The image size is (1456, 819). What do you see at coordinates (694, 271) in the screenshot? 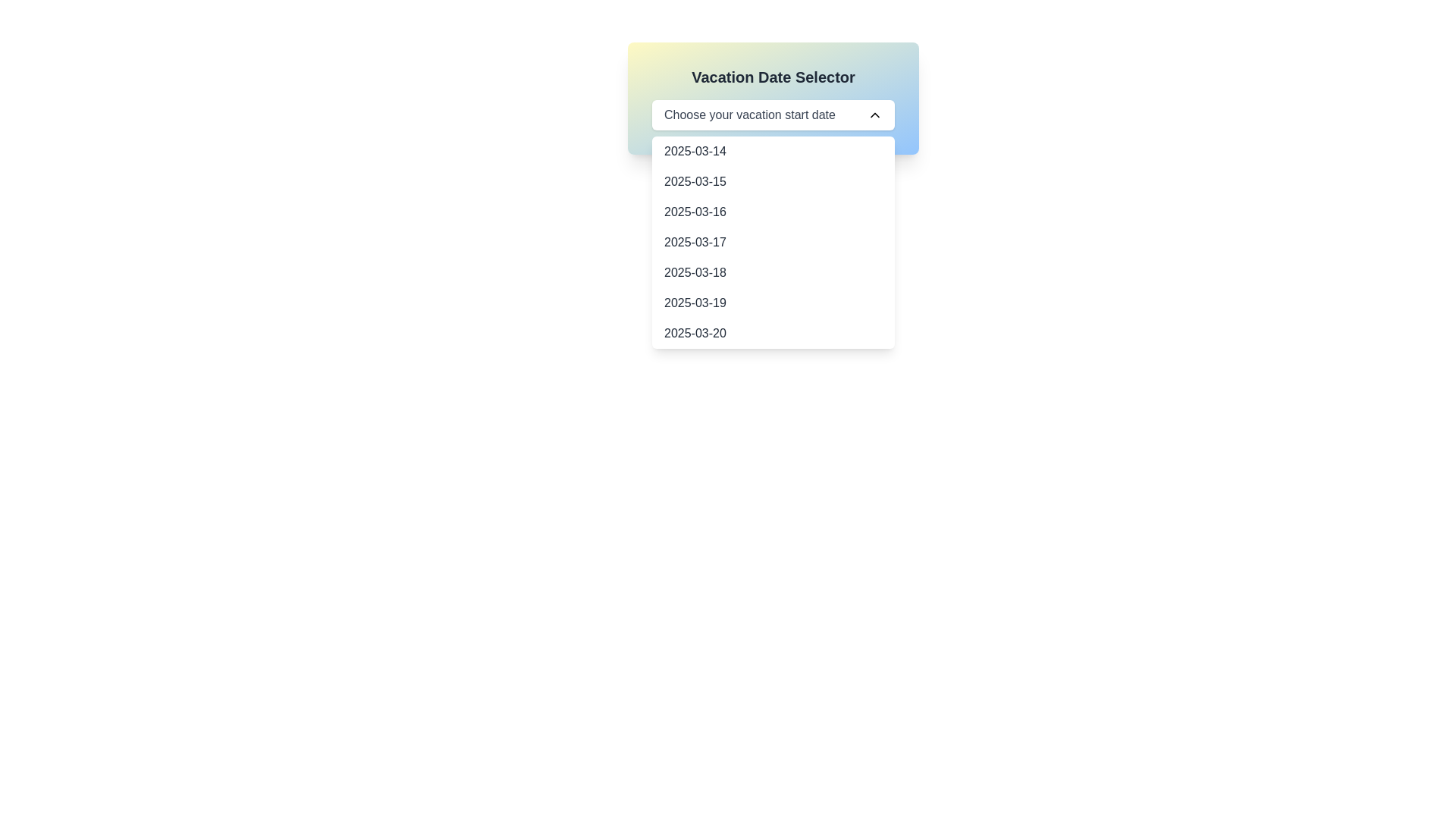
I see `the fifth option in the dropdown list labeled 'Vacation Date Selector'` at bounding box center [694, 271].